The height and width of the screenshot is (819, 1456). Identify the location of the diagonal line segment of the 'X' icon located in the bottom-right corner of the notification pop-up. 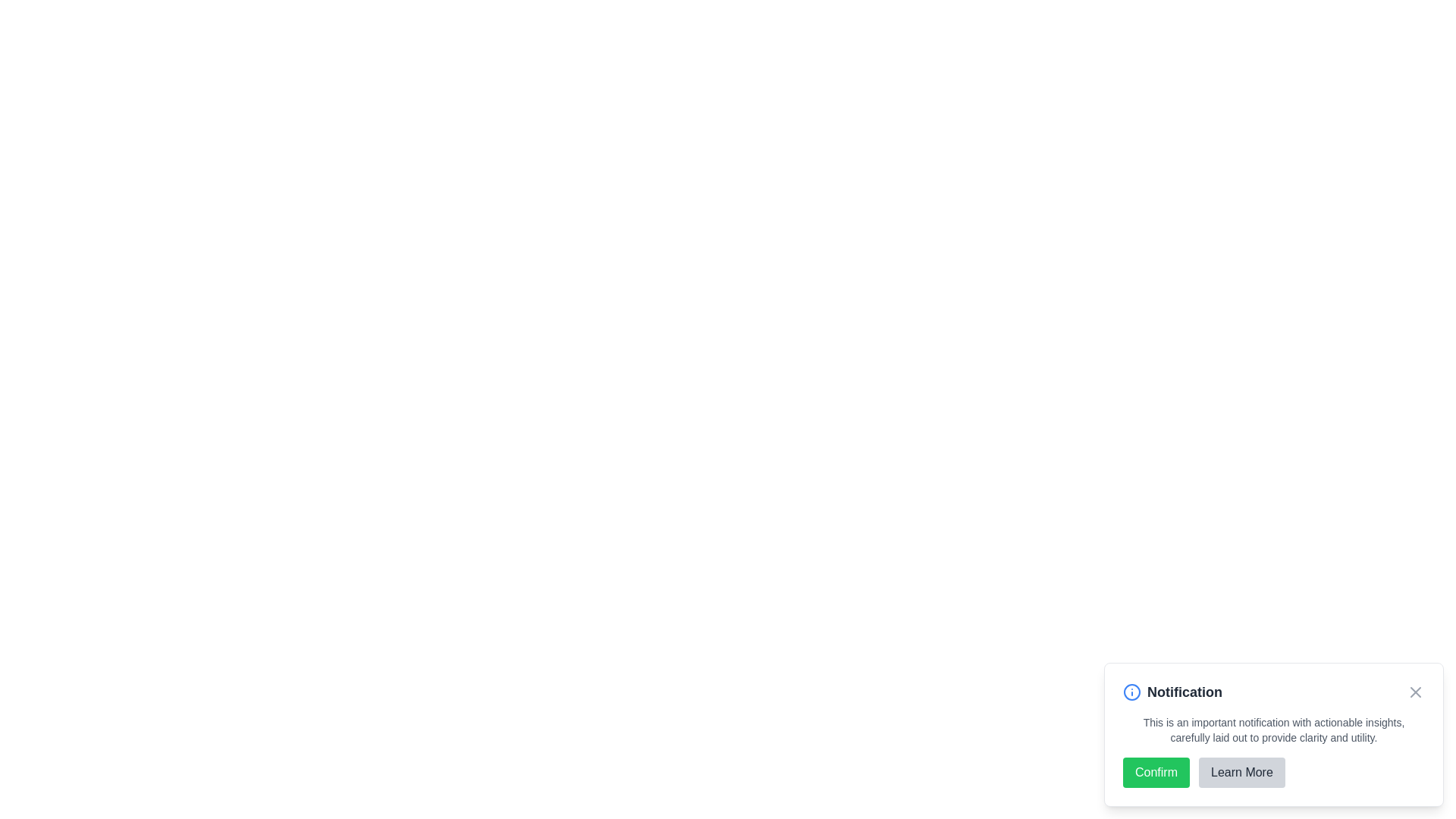
(1415, 692).